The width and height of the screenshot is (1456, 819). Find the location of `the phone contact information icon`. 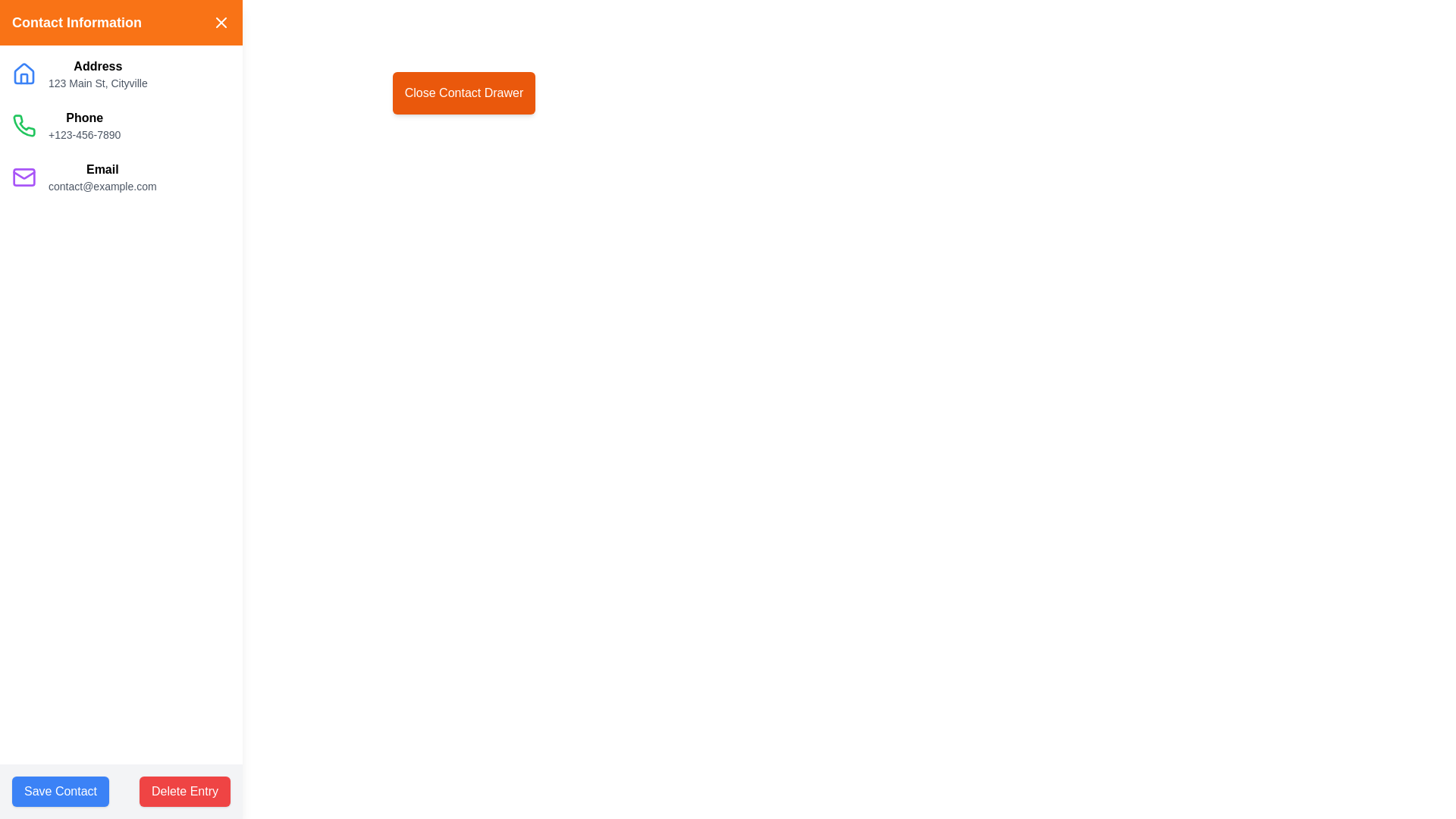

the phone contact information icon is located at coordinates (24, 124).